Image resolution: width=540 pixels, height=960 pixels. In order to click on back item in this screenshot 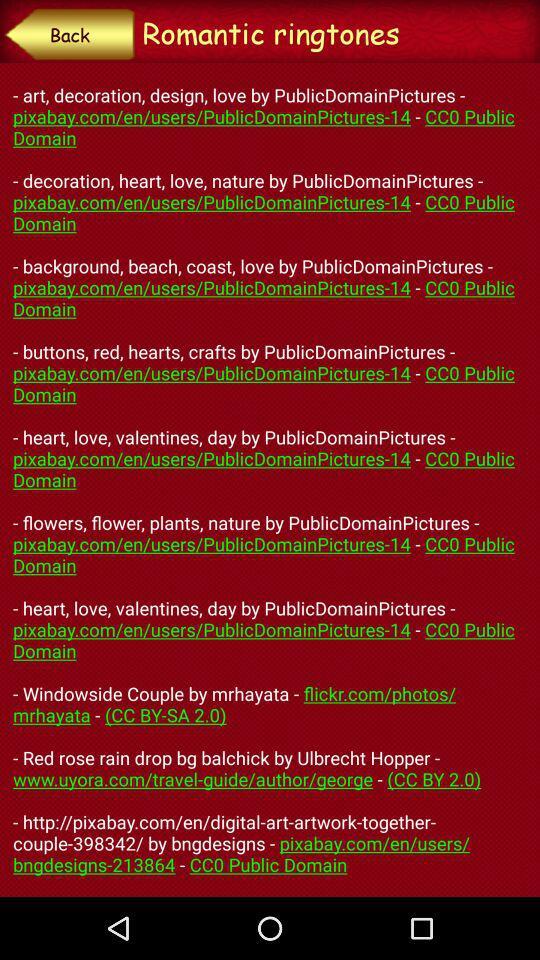, I will do `click(68, 33)`.